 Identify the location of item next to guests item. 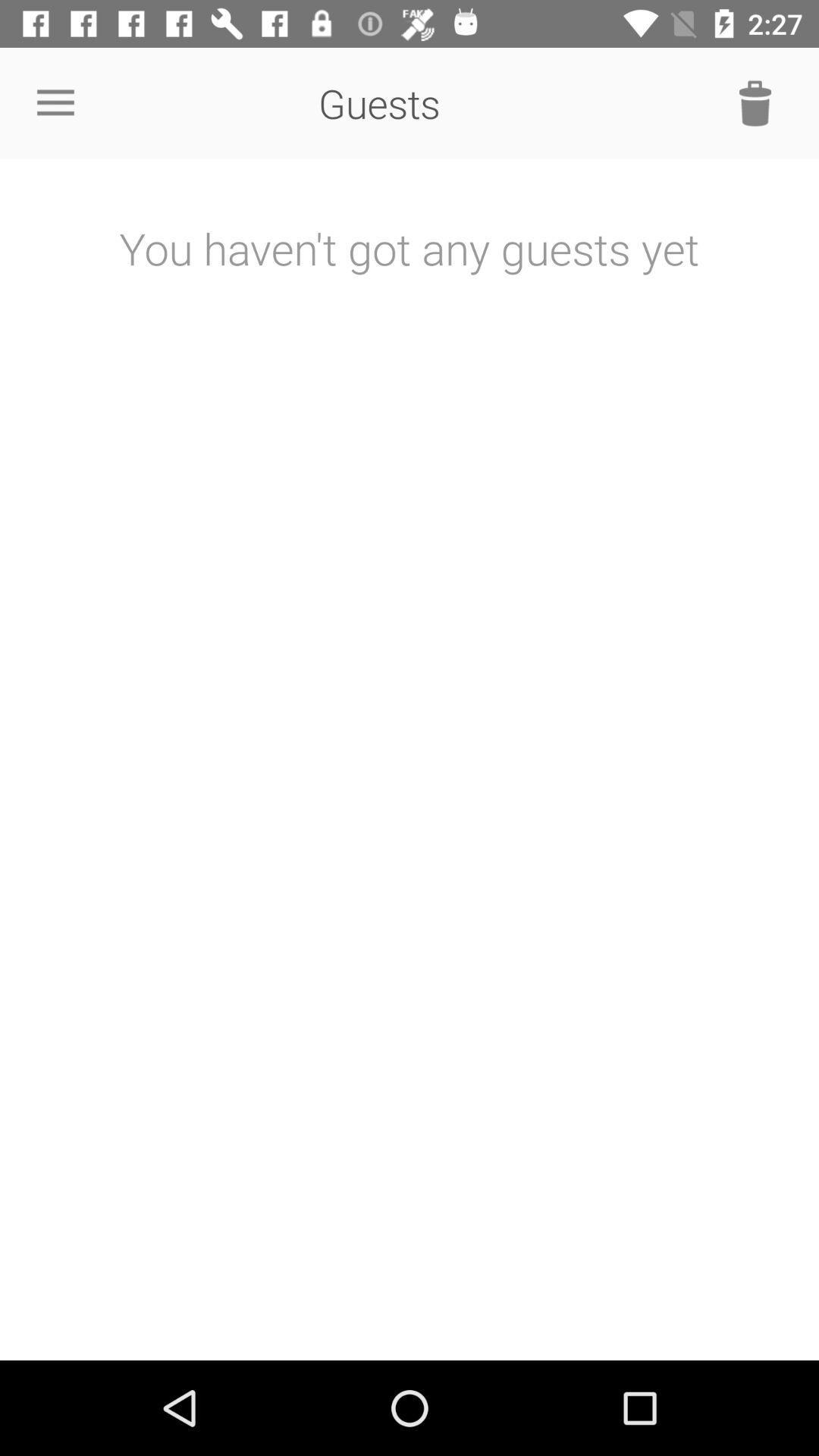
(55, 102).